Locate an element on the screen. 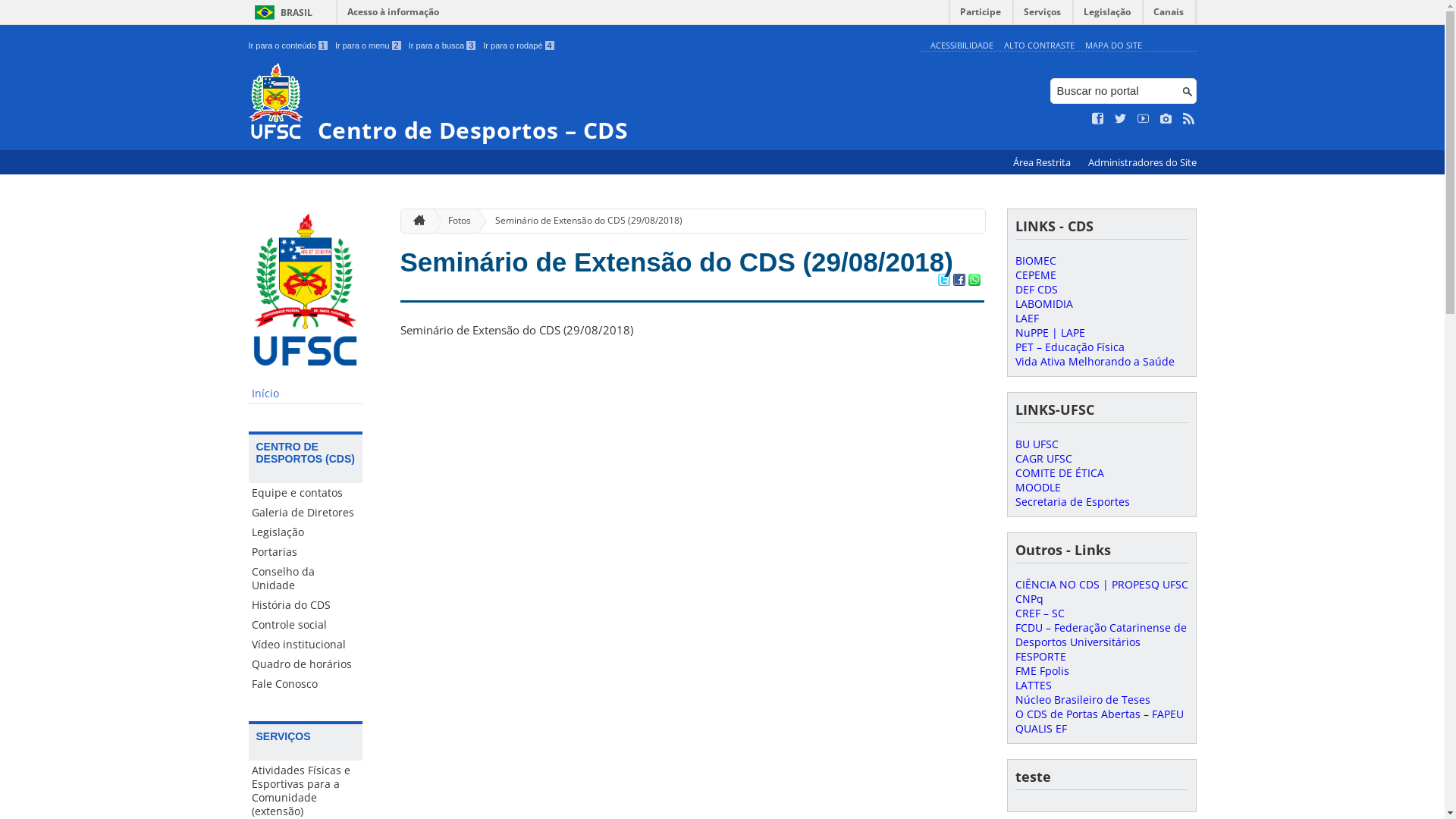 The width and height of the screenshot is (1456, 819). 'FESPORTE' is located at coordinates (1039, 655).